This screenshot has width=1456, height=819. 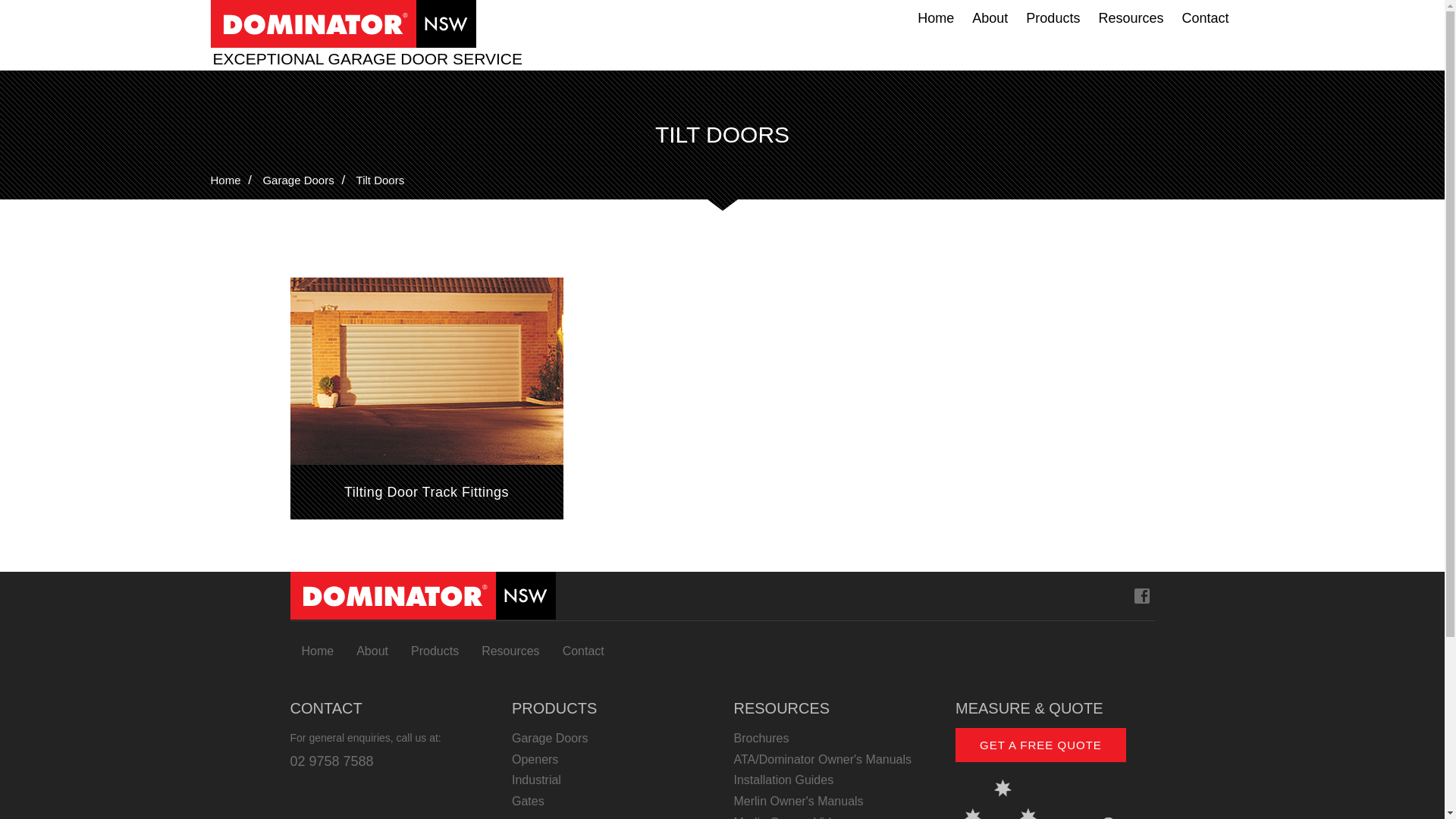 I want to click on 'Home', so click(x=210, y=179).